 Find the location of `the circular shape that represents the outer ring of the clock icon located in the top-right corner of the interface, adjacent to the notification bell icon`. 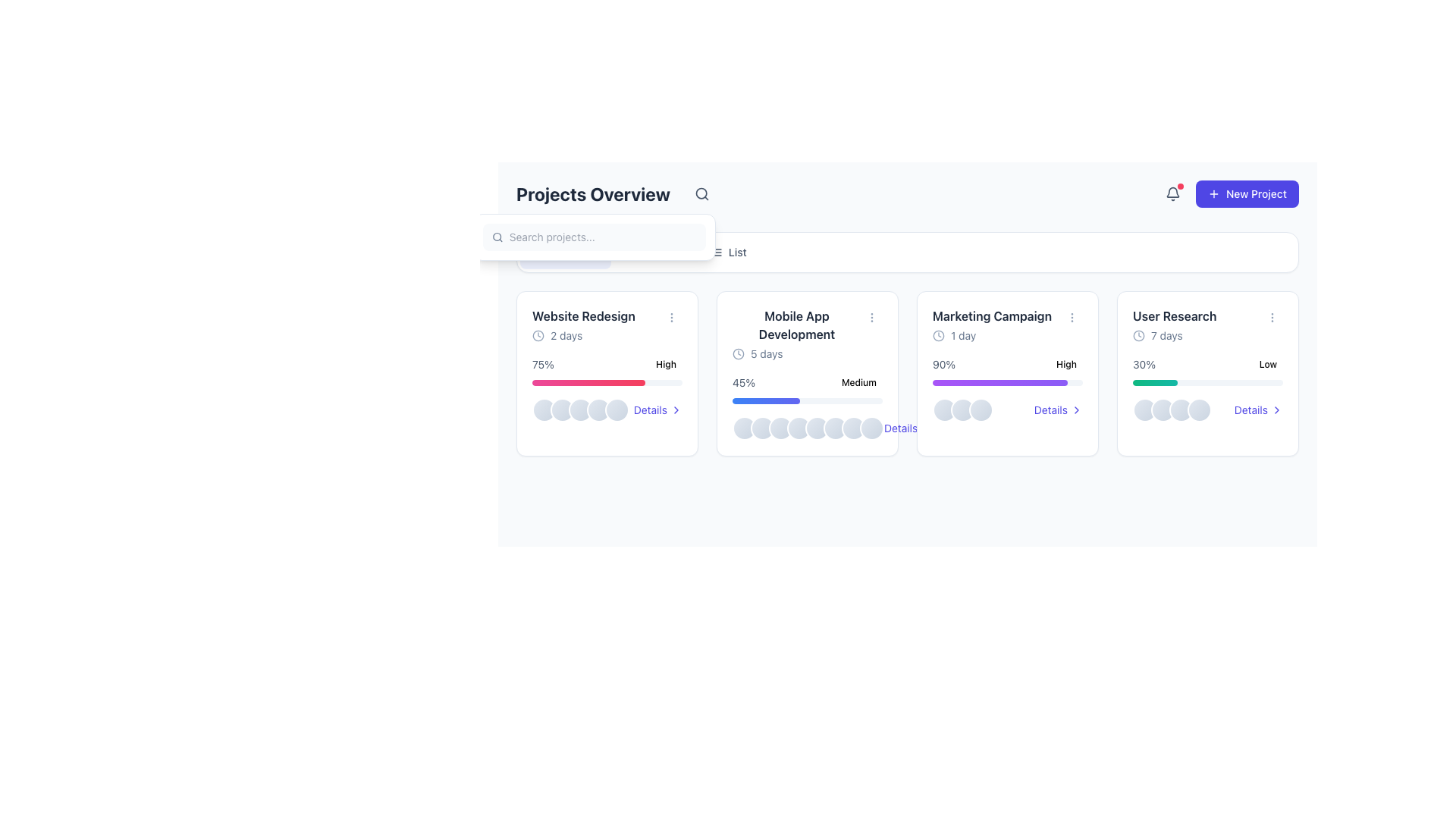

the circular shape that represents the outer ring of the clock icon located in the top-right corner of the interface, adjacent to the notification bell icon is located at coordinates (938, 335).